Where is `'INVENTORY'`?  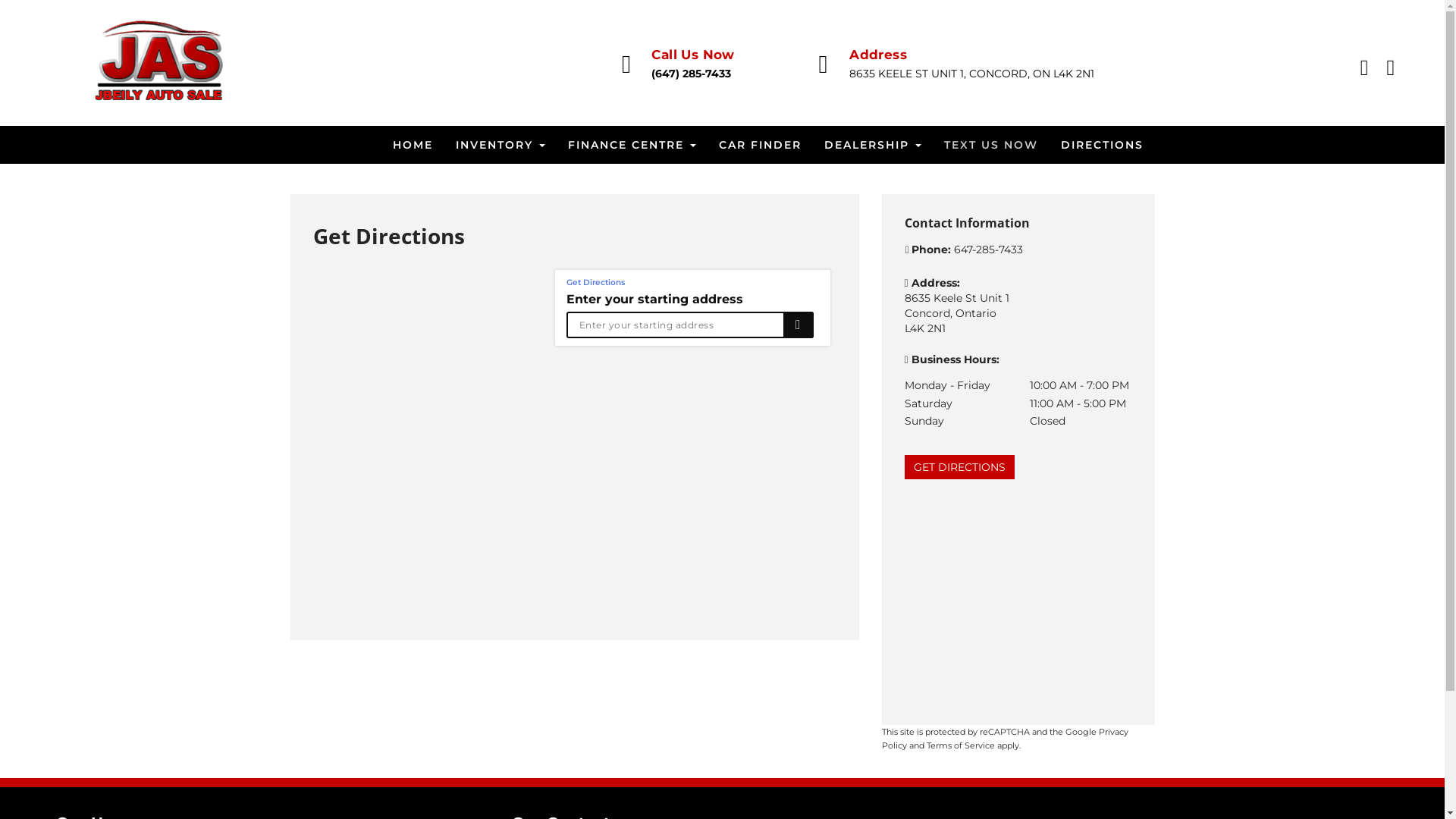
'INVENTORY' is located at coordinates (500, 145).